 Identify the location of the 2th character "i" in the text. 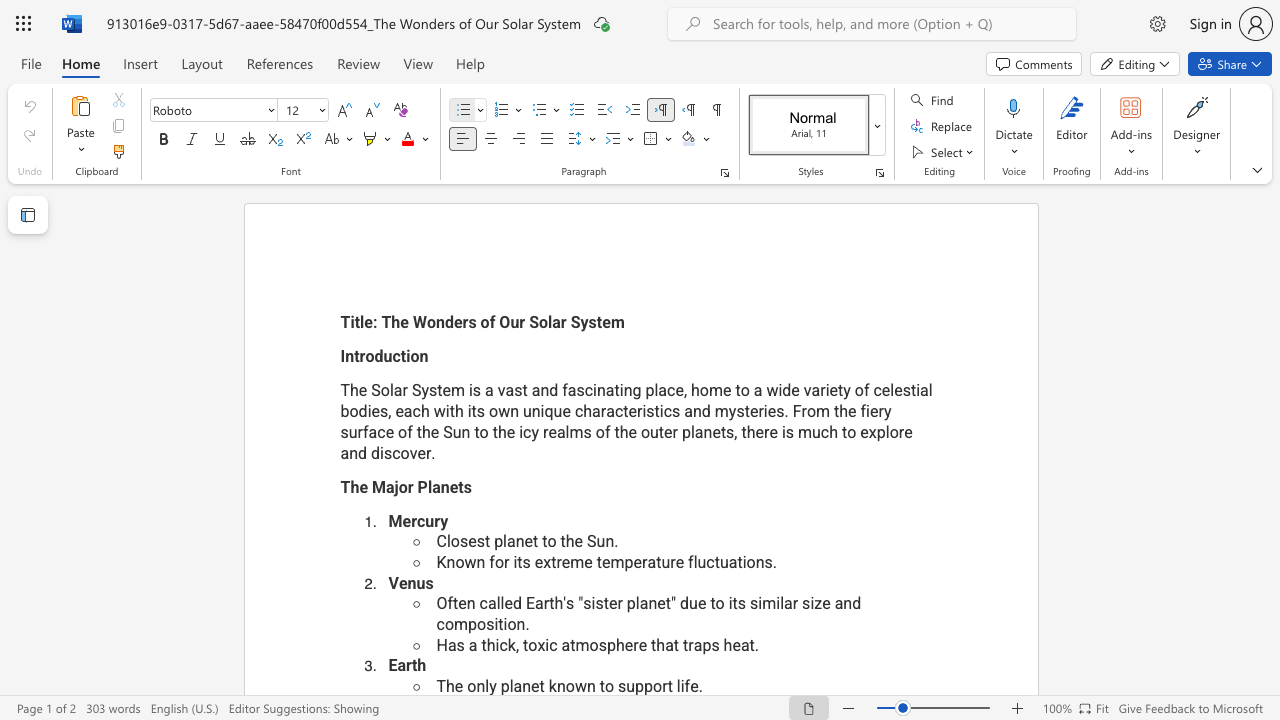
(729, 602).